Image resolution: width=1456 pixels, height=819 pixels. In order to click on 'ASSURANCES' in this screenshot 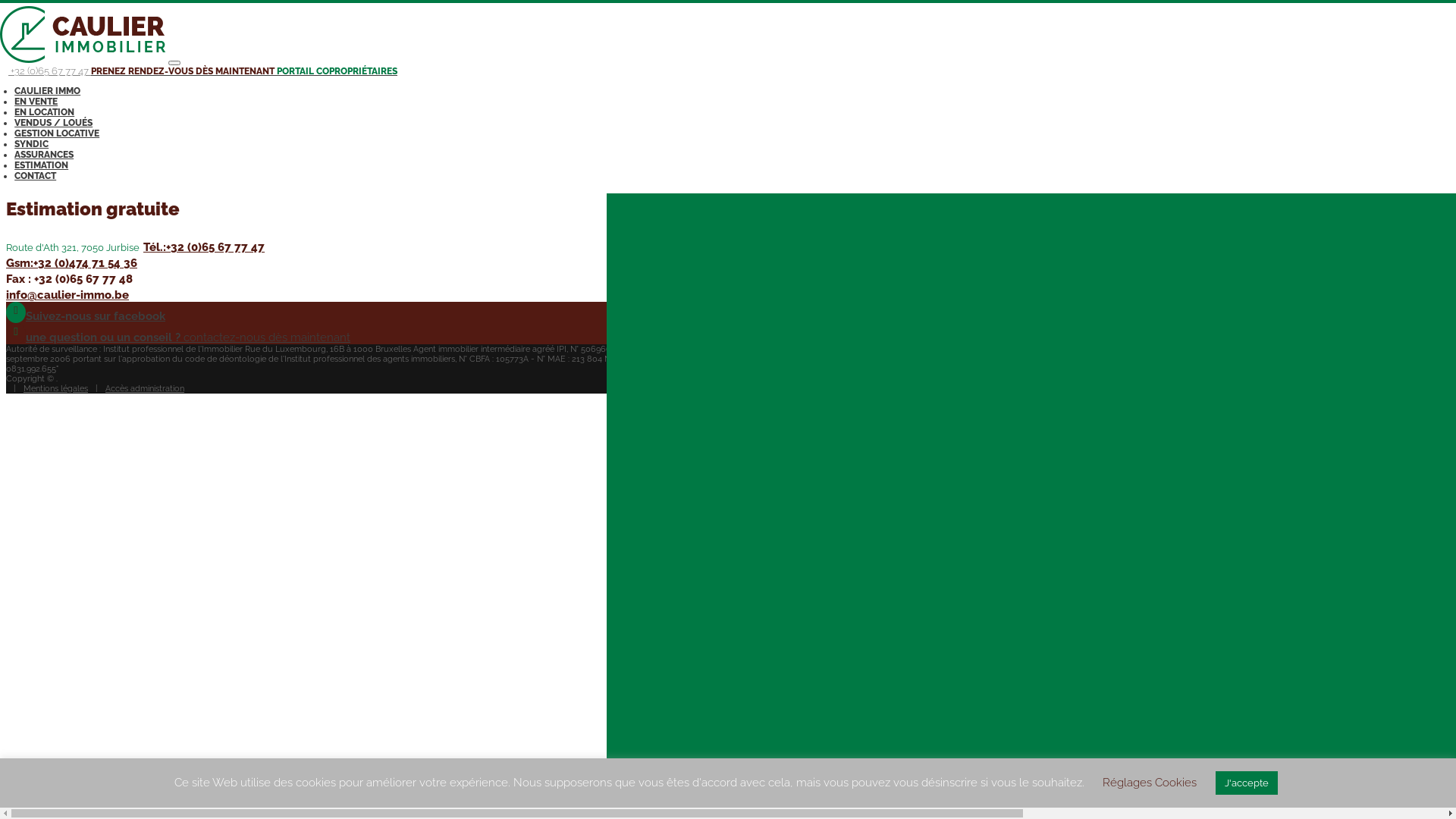, I will do `click(43, 155)`.